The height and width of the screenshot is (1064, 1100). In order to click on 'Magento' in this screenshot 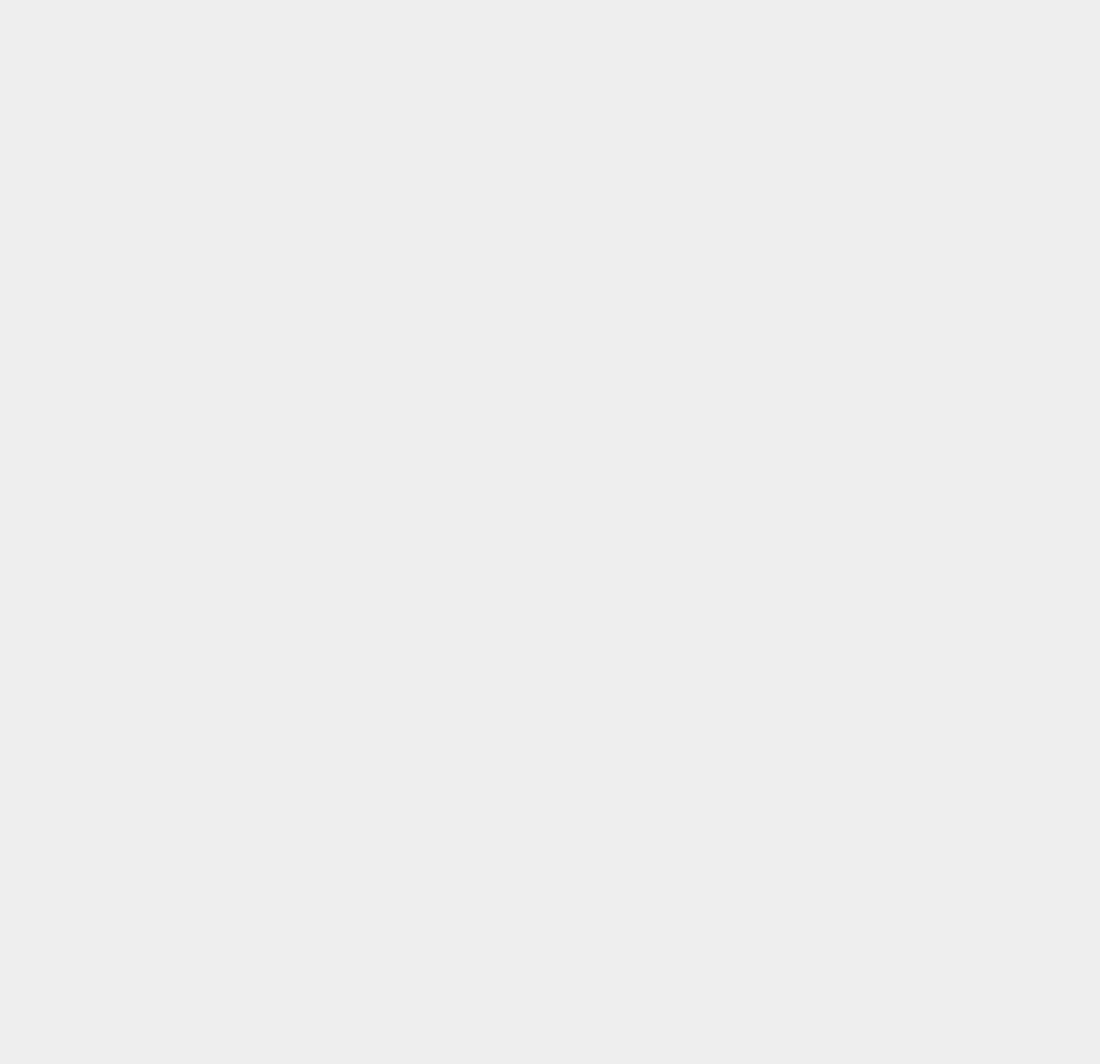, I will do `click(805, 403)`.